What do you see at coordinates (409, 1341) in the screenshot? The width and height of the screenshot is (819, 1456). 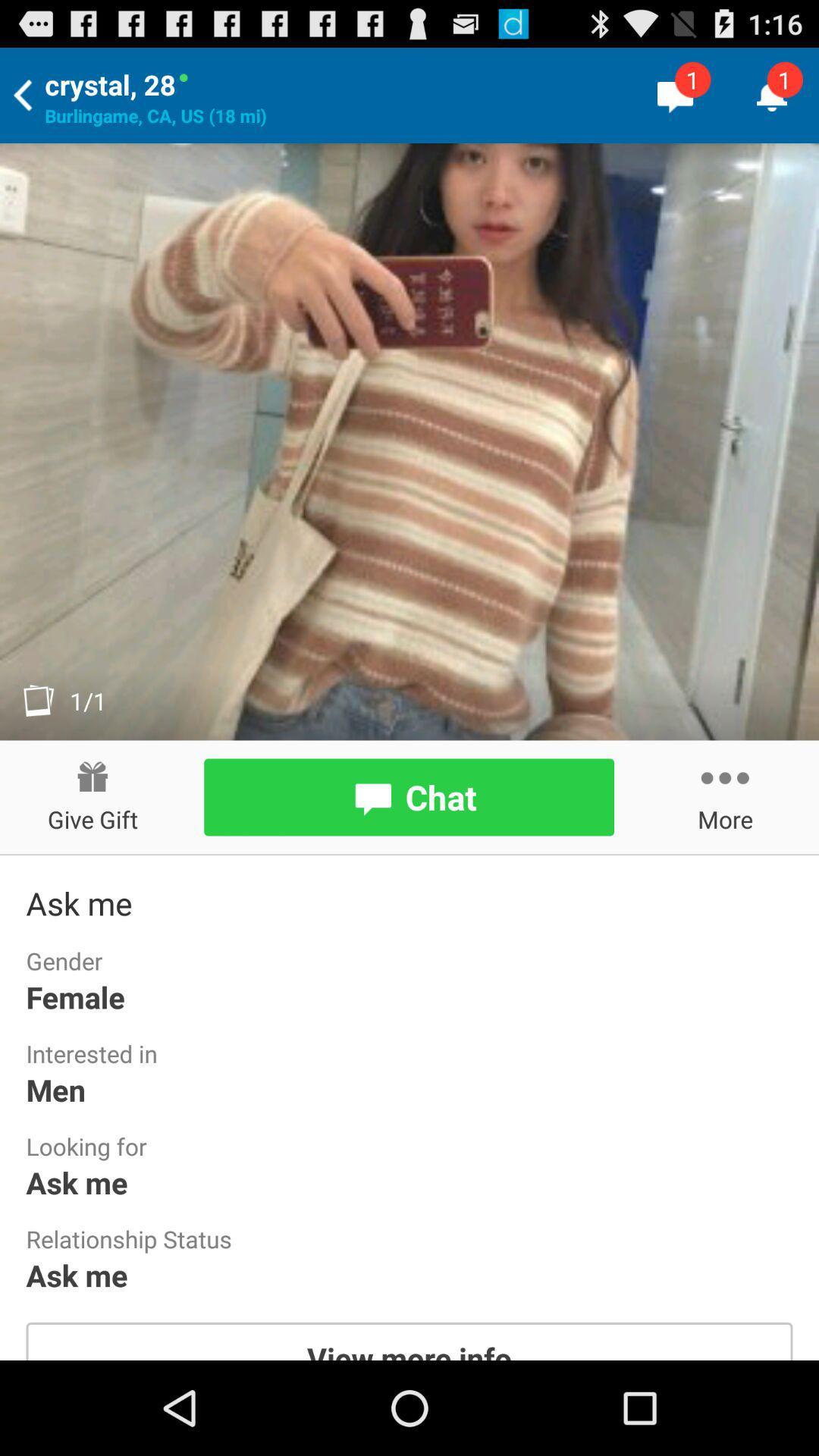 I see `the app below the ask me icon` at bounding box center [409, 1341].